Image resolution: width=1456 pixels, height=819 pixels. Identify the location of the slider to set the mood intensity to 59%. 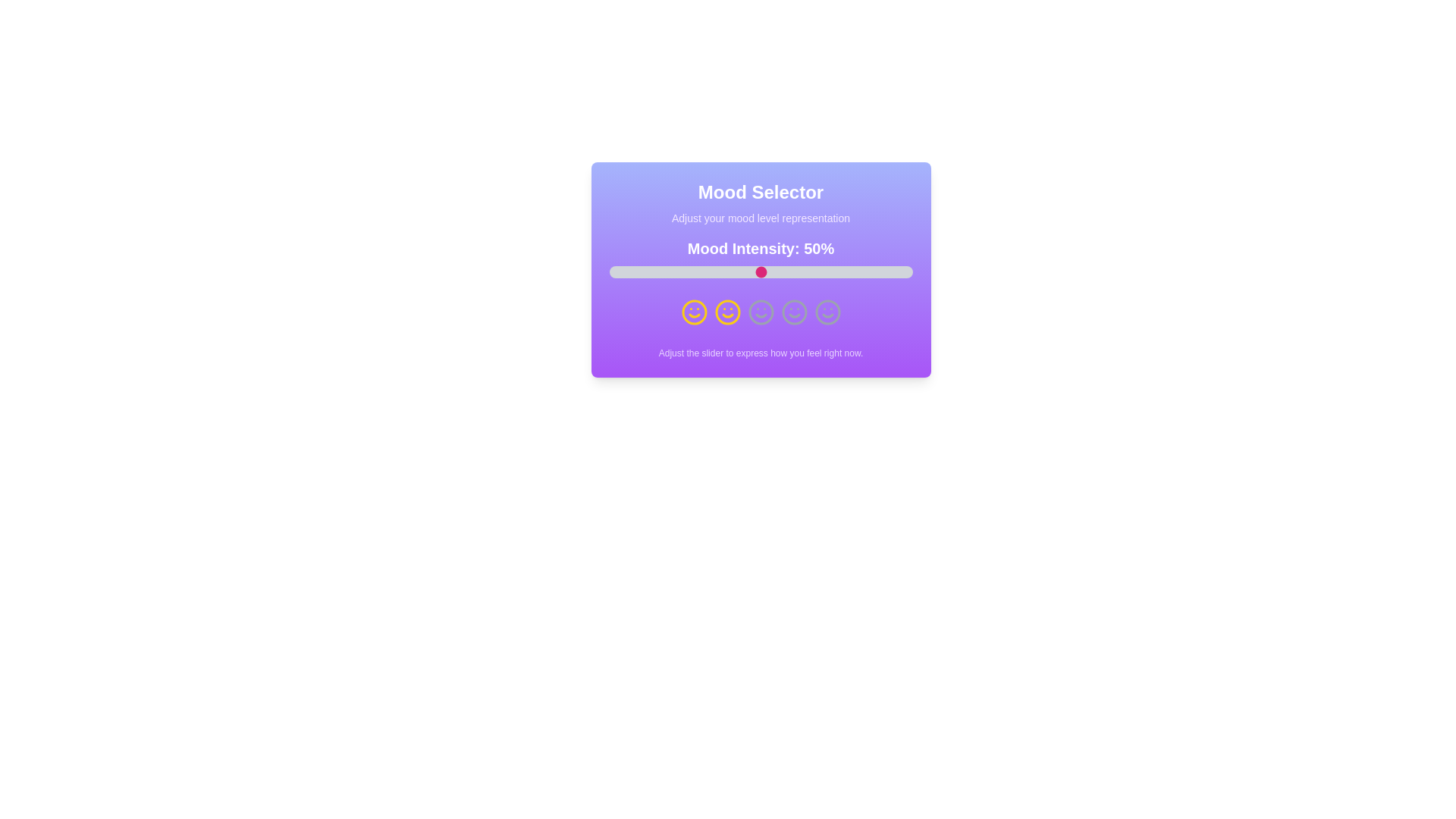
(788, 271).